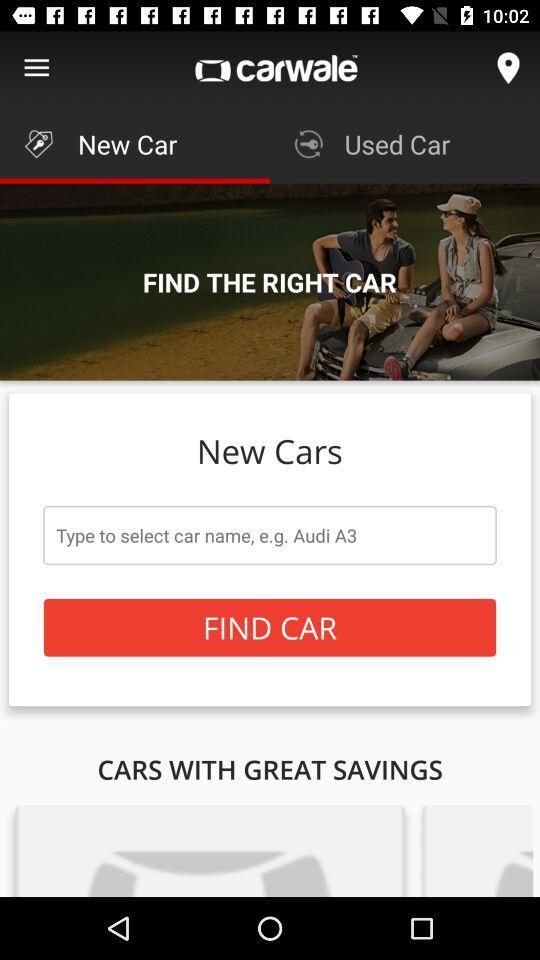 The height and width of the screenshot is (960, 540). Describe the element at coordinates (270, 534) in the screenshot. I see `type search` at that location.